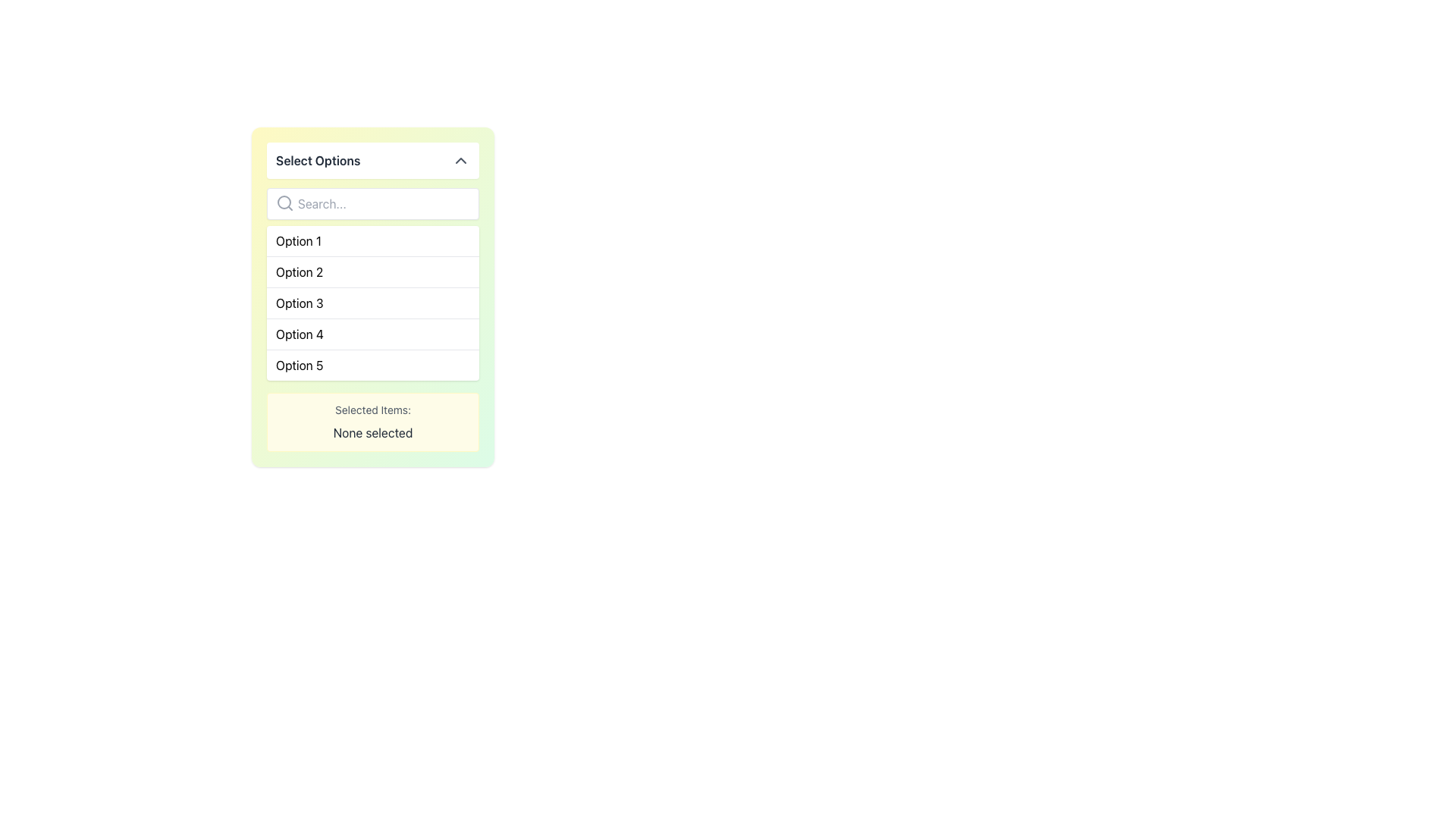 The image size is (1456, 819). I want to click on the first list item labeled 'Option 1', so click(372, 240).